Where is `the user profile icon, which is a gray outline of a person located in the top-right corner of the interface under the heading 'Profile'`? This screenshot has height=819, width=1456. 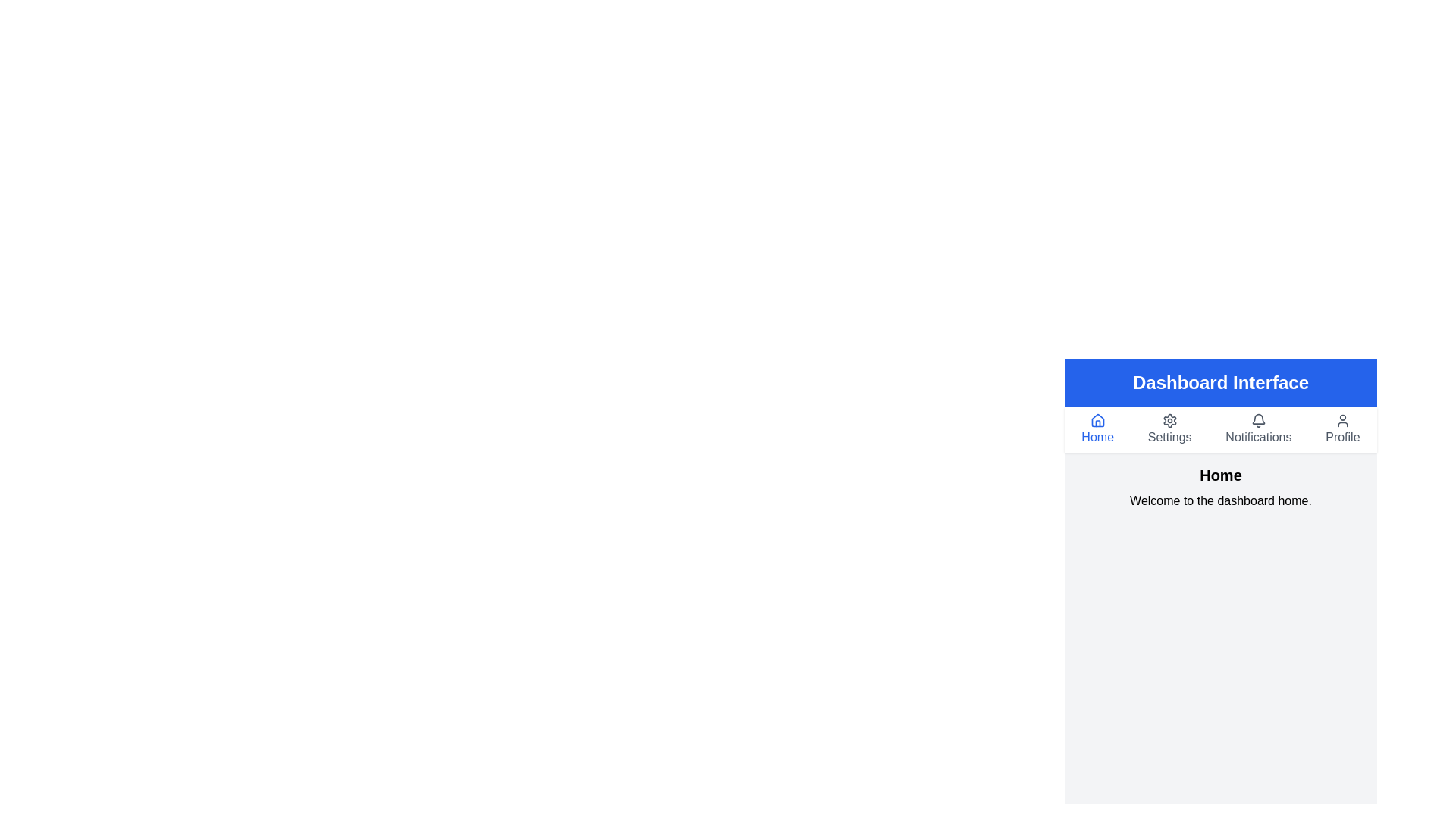 the user profile icon, which is a gray outline of a person located in the top-right corner of the interface under the heading 'Profile' is located at coordinates (1342, 421).